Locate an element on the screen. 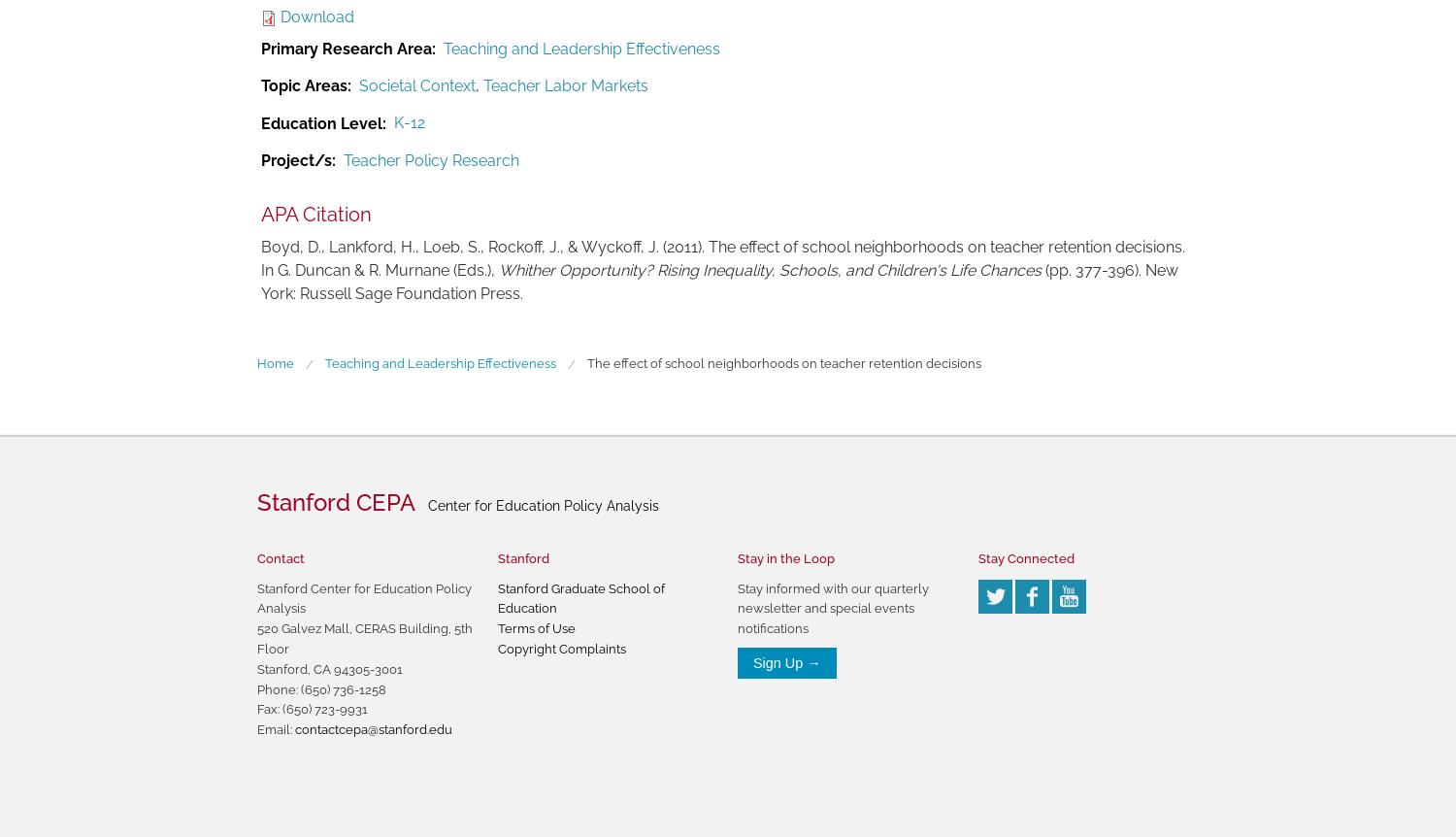  'Topic Areas:' is located at coordinates (305, 84).